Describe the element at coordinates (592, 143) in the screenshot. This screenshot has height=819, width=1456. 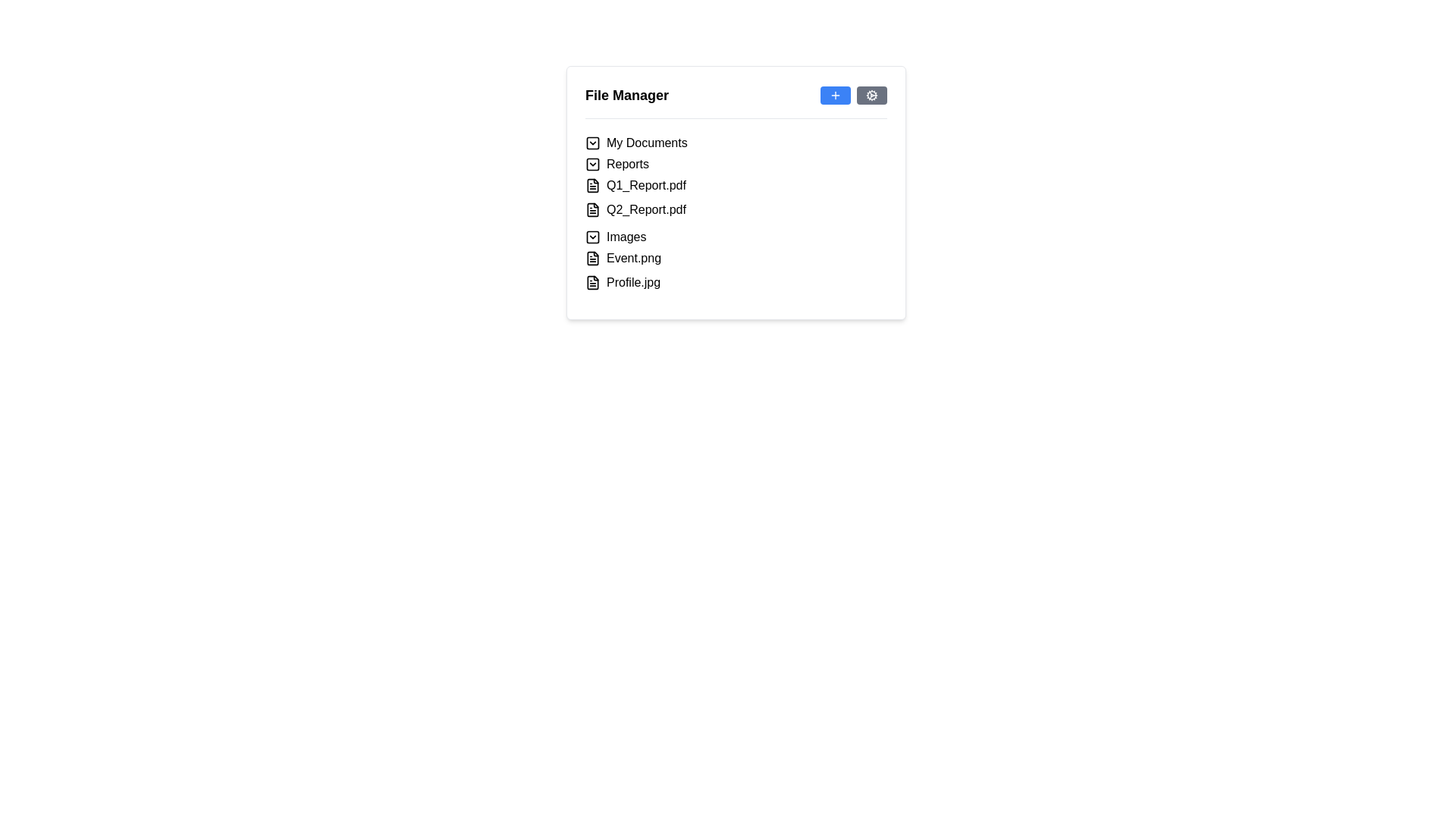
I see `the chevron icon` at that location.